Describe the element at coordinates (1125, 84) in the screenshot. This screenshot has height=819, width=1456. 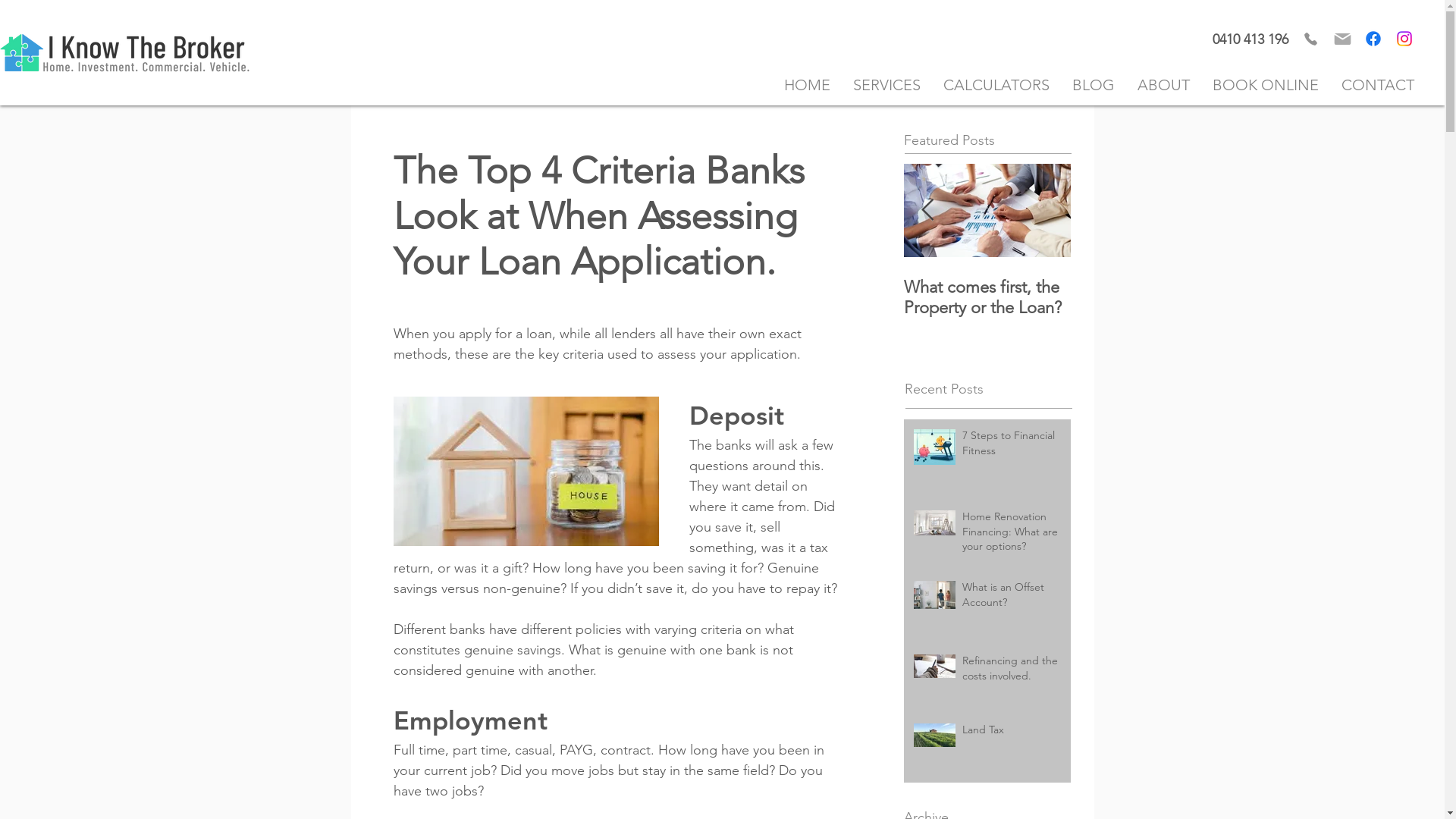
I see `'ABOUT'` at that location.